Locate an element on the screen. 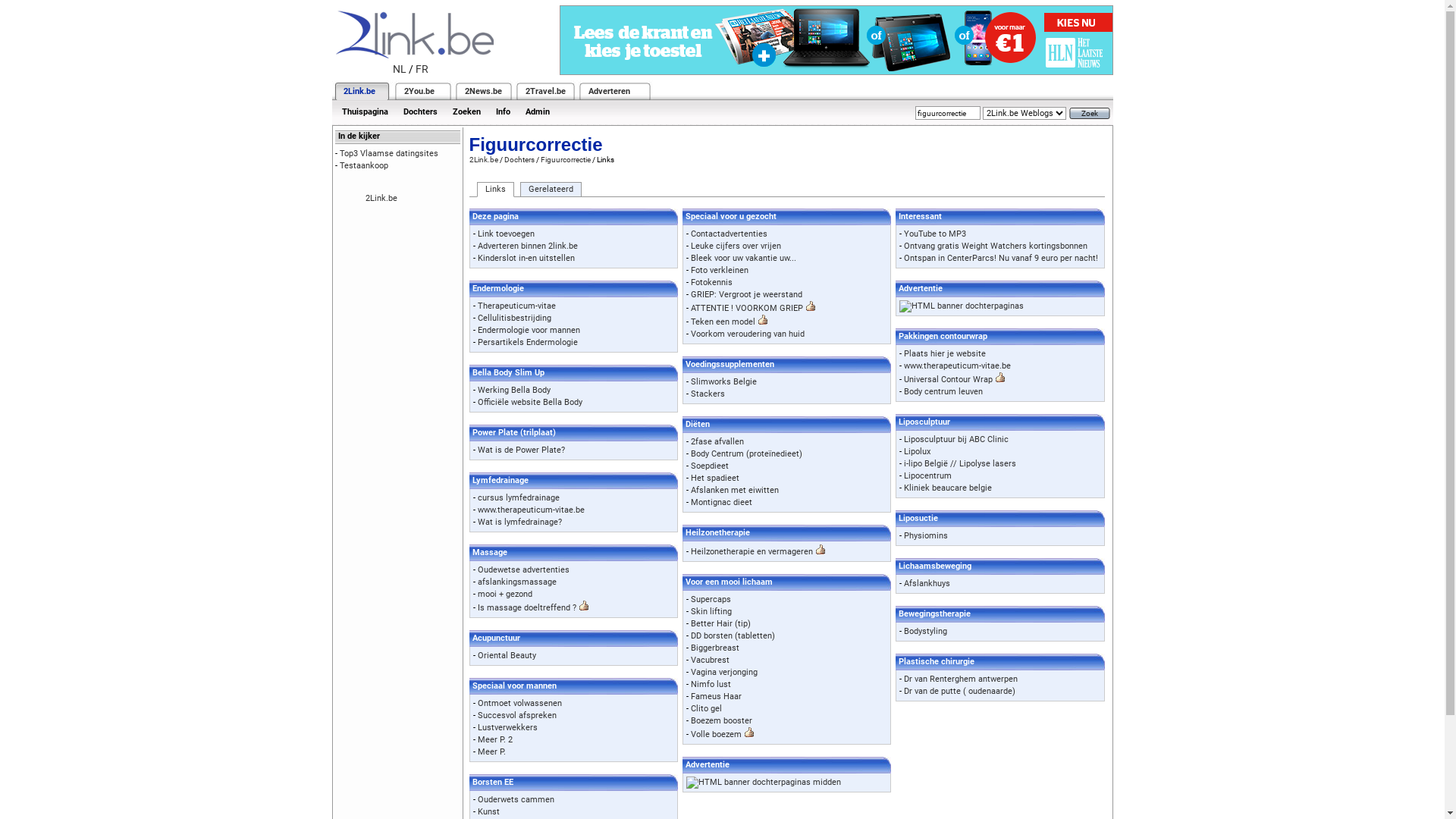 The height and width of the screenshot is (819, 1456). 'Adverteren' is located at coordinates (609, 91).